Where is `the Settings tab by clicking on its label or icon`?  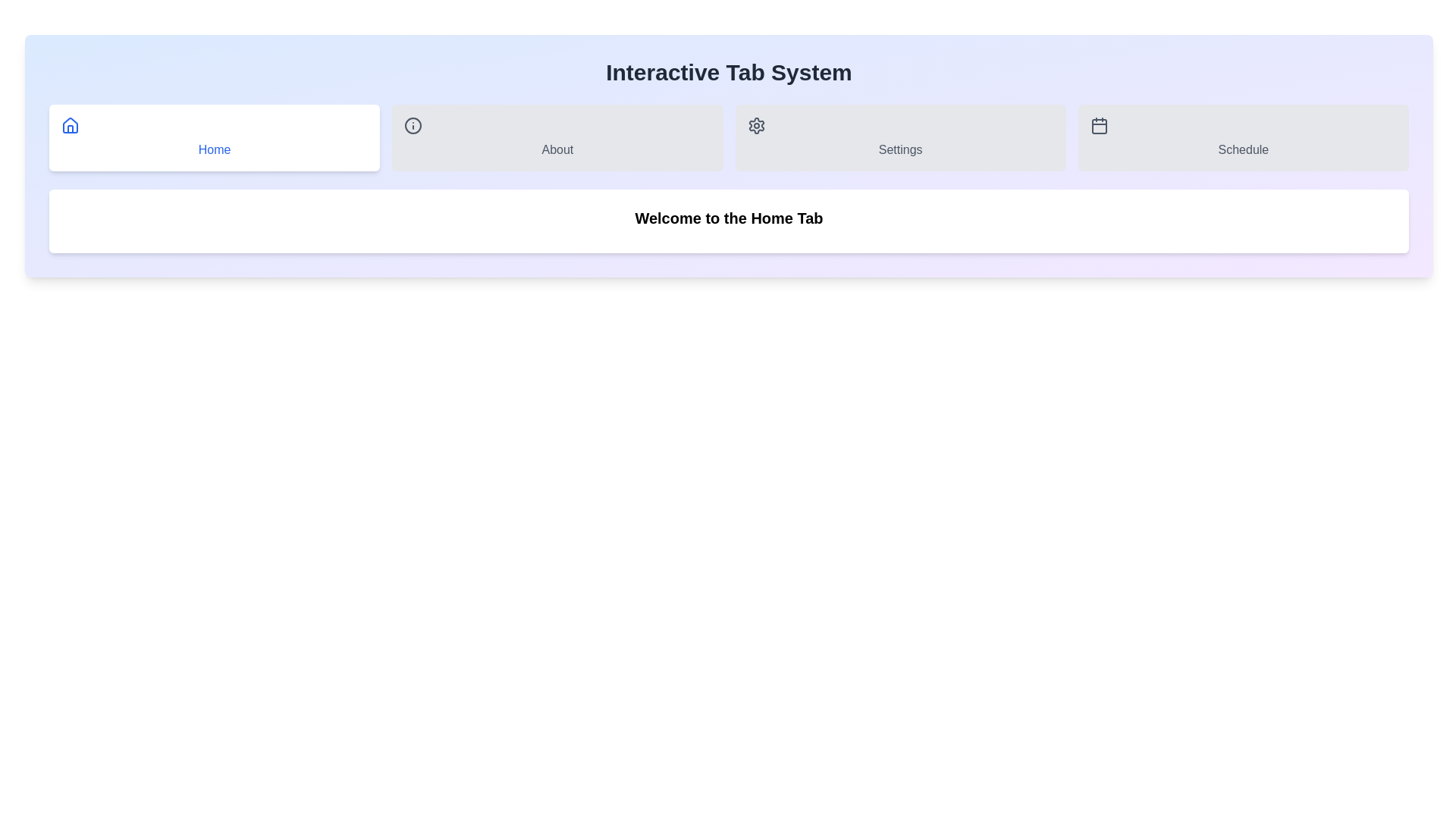
the Settings tab by clicking on its label or icon is located at coordinates (900, 137).